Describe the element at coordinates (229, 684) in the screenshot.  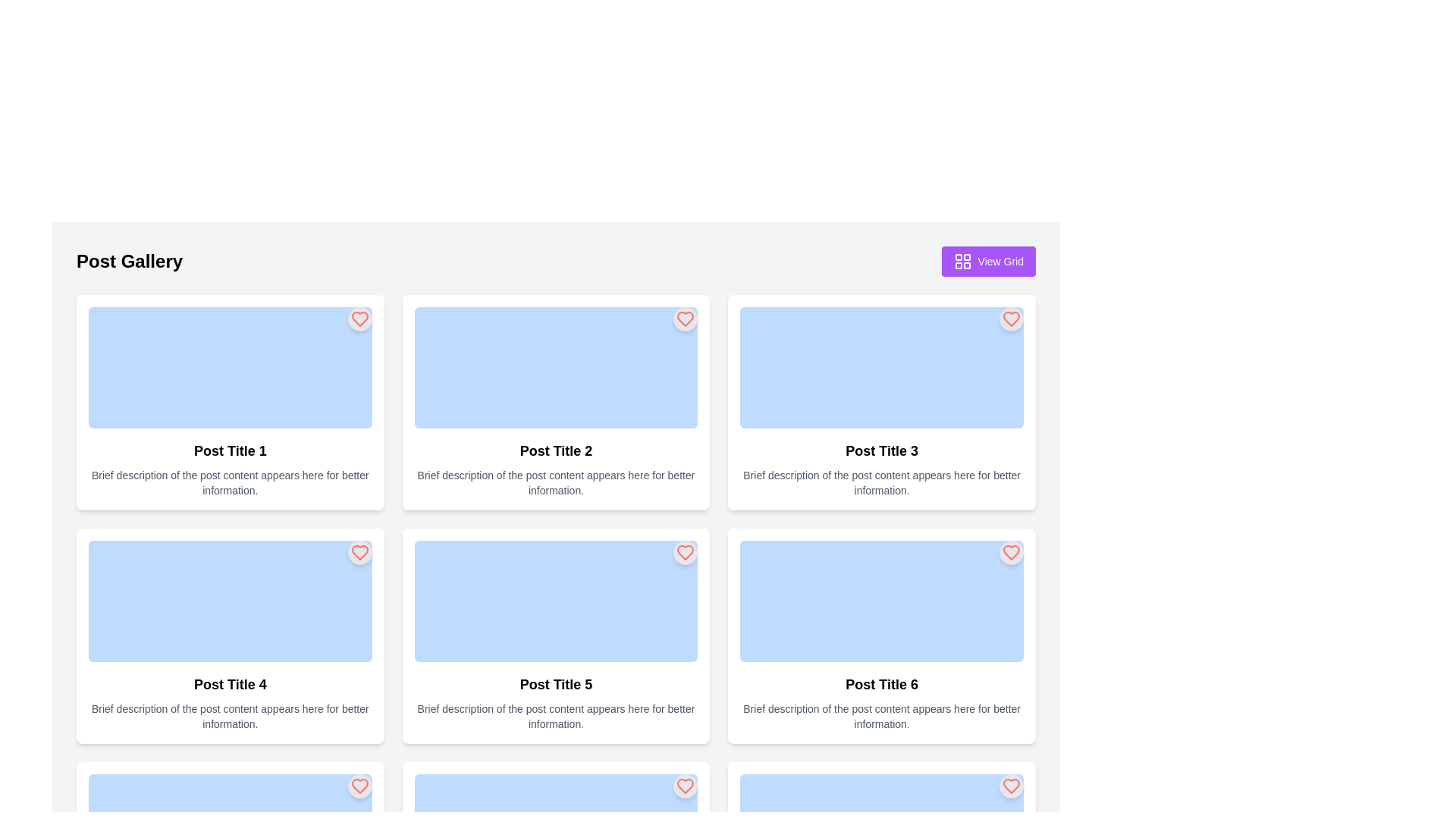
I see `the text display labeled 'Post Title 4' which is styled in a bold and larger font, located in the fourth card of the grid layout, specifically in the second row and first column, positioned below a blue rectangular image and above a descriptive text block` at that location.